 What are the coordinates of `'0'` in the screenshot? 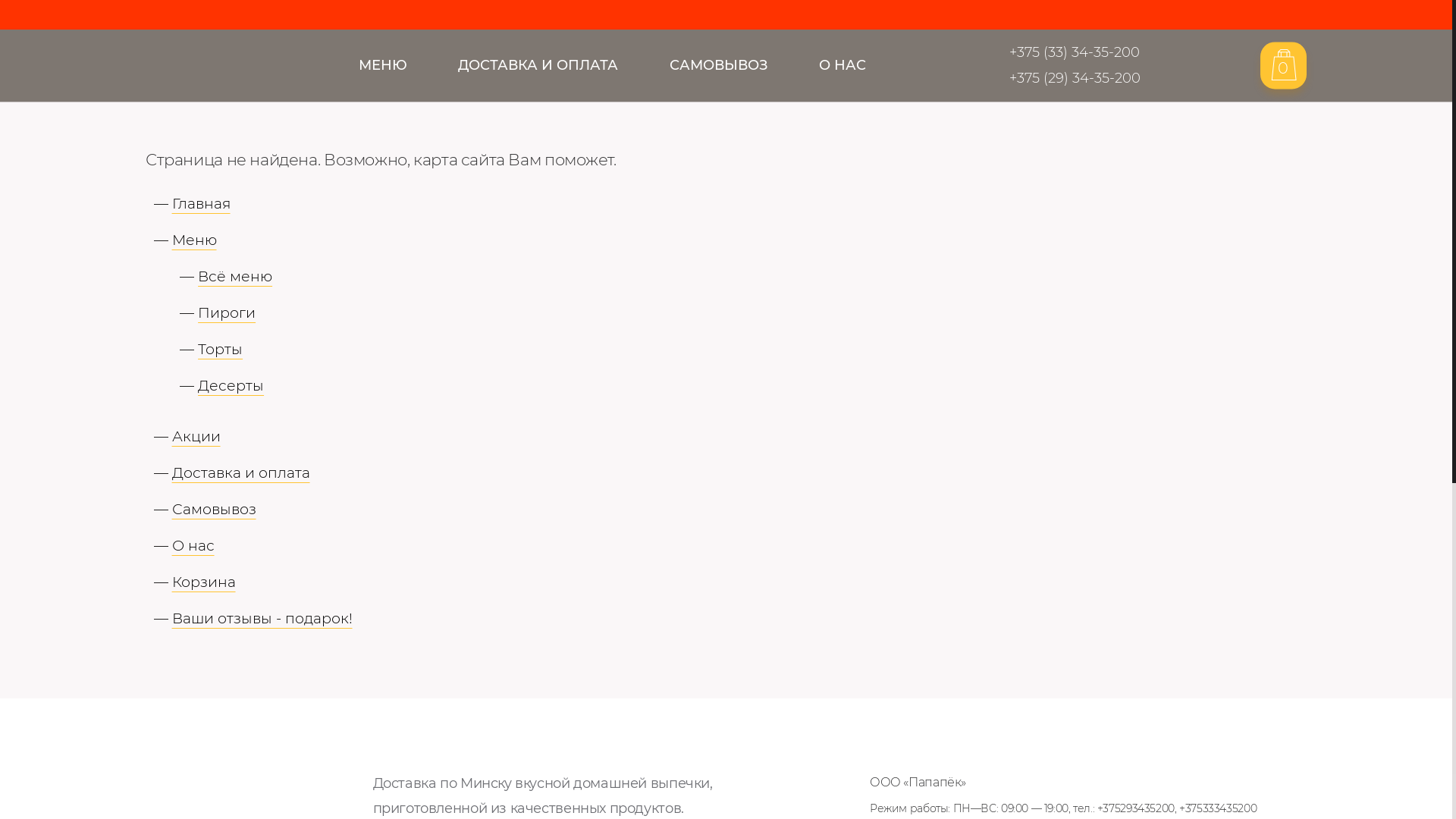 It's located at (1282, 64).